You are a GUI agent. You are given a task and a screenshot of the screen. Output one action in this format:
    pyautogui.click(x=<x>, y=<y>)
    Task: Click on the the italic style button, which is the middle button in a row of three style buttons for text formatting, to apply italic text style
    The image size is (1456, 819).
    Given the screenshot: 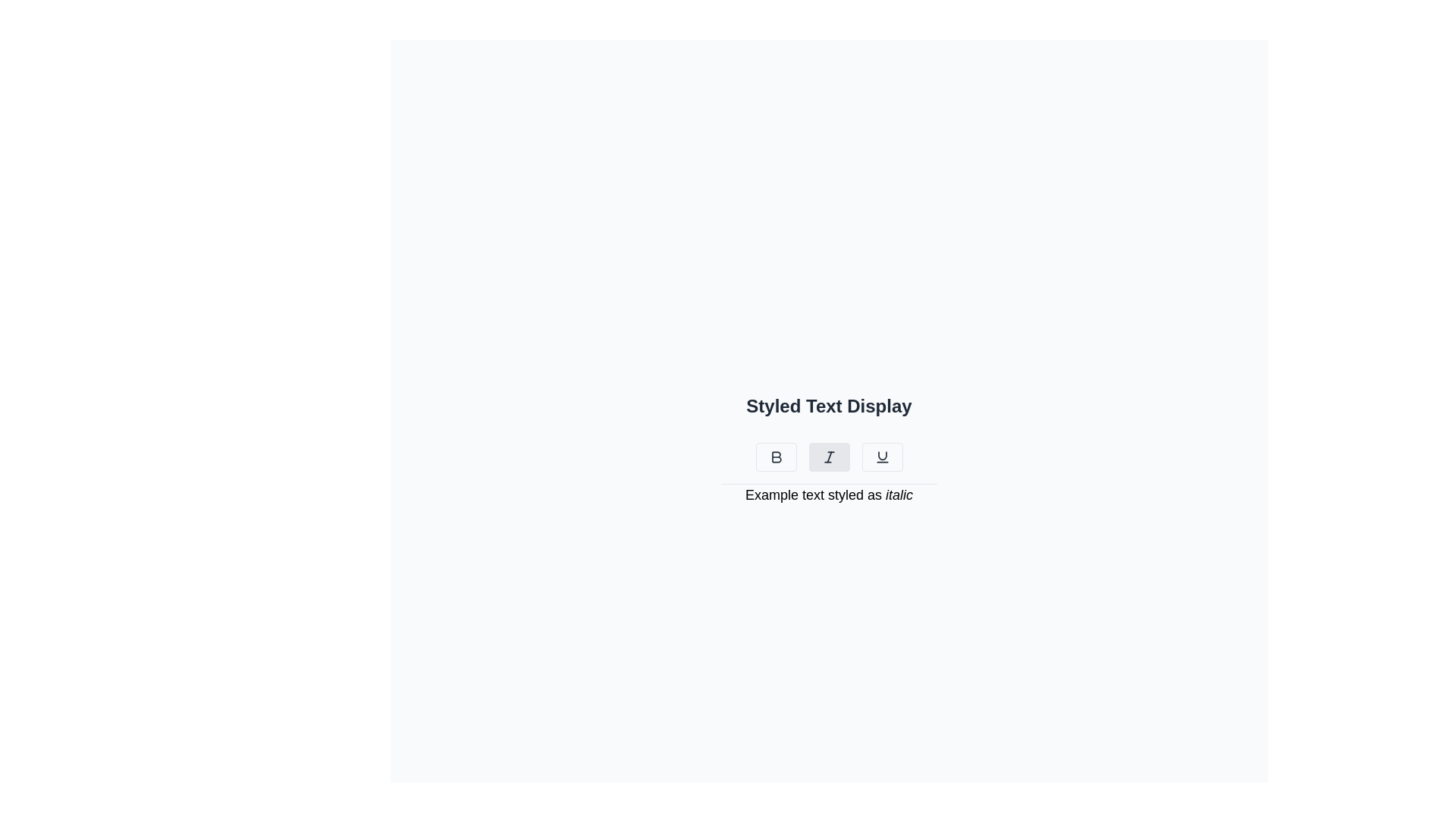 What is the action you would take?
    pyautogui.click(x=828, y=456)
    